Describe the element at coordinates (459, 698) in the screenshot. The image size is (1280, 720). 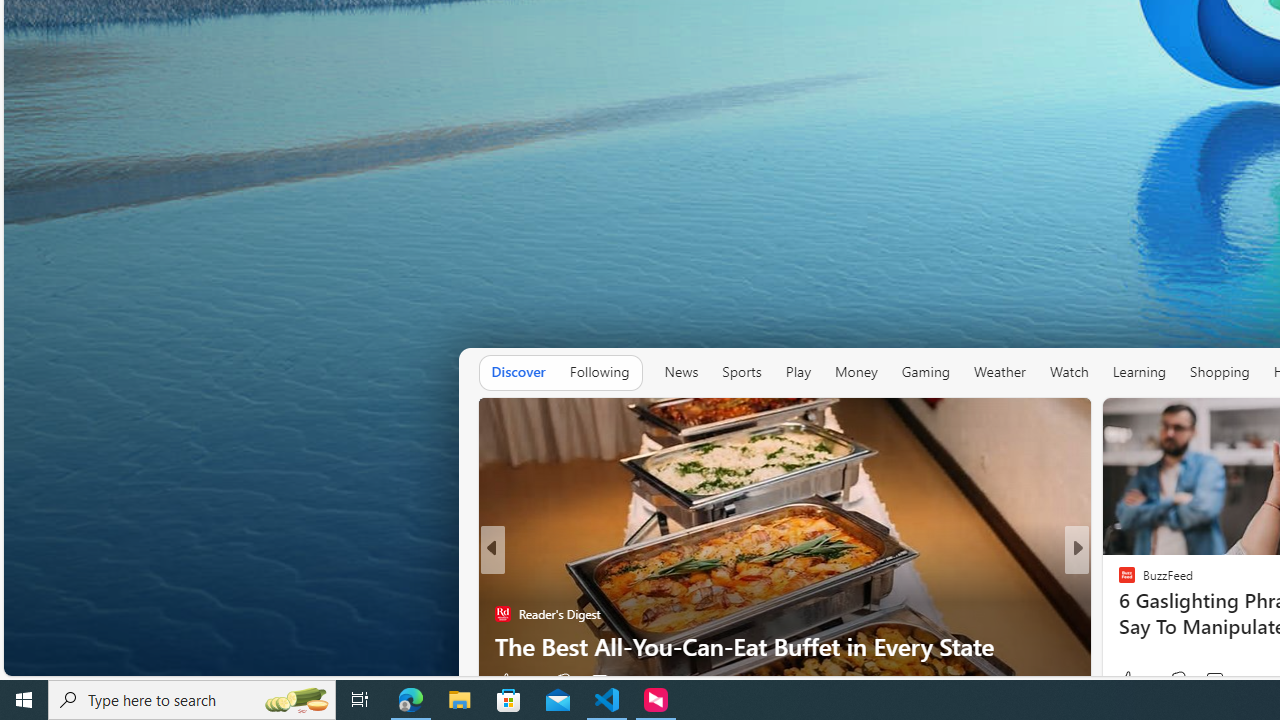
I see `'File Explorer'` at that location.